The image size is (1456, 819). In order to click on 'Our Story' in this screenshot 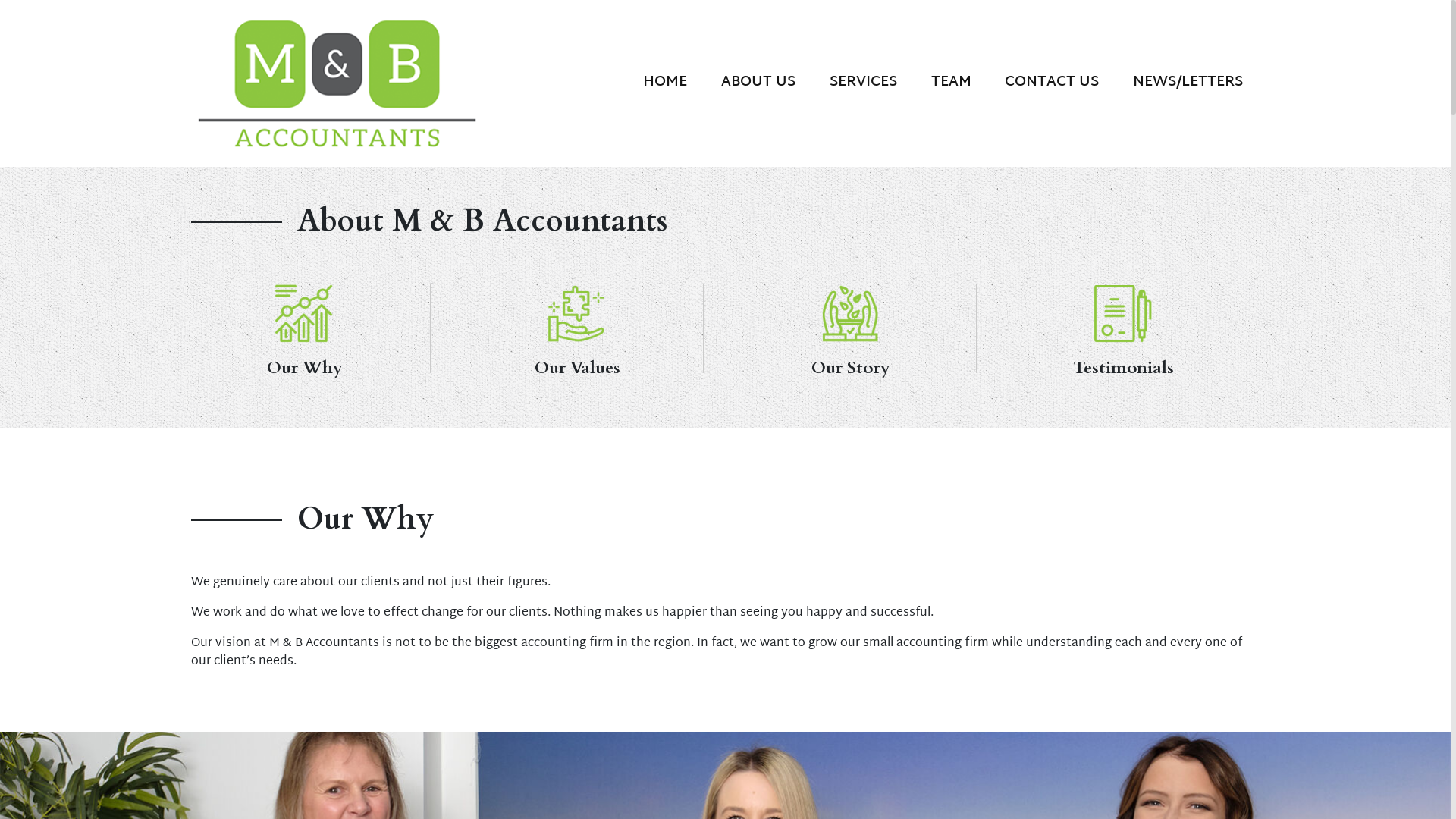, I will do `click(811, 312)`.